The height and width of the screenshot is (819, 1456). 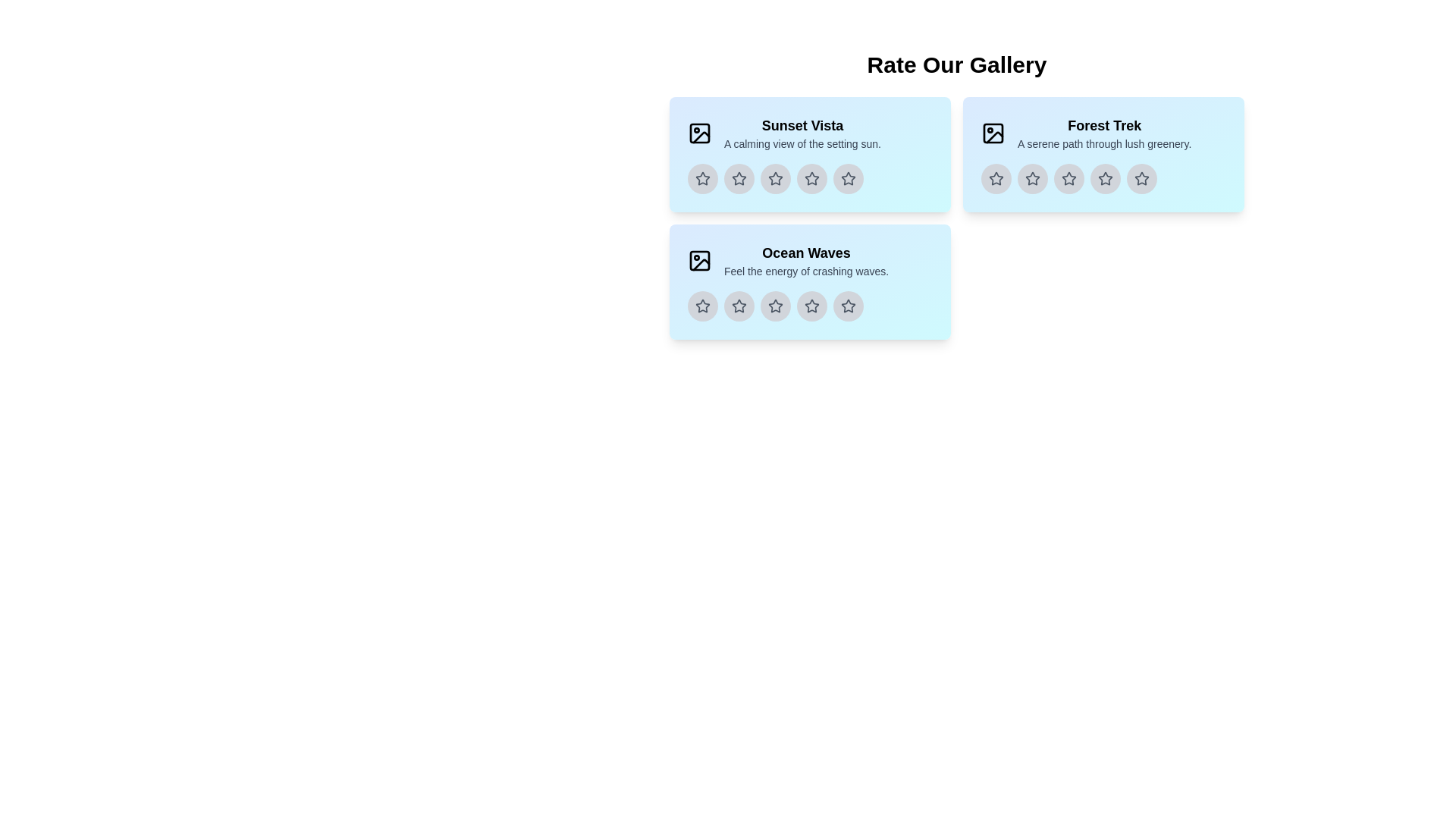 I want to click on the third star icon in the five-star rating system for the 'Ocean Waves' item, so click(x=809, y=306).